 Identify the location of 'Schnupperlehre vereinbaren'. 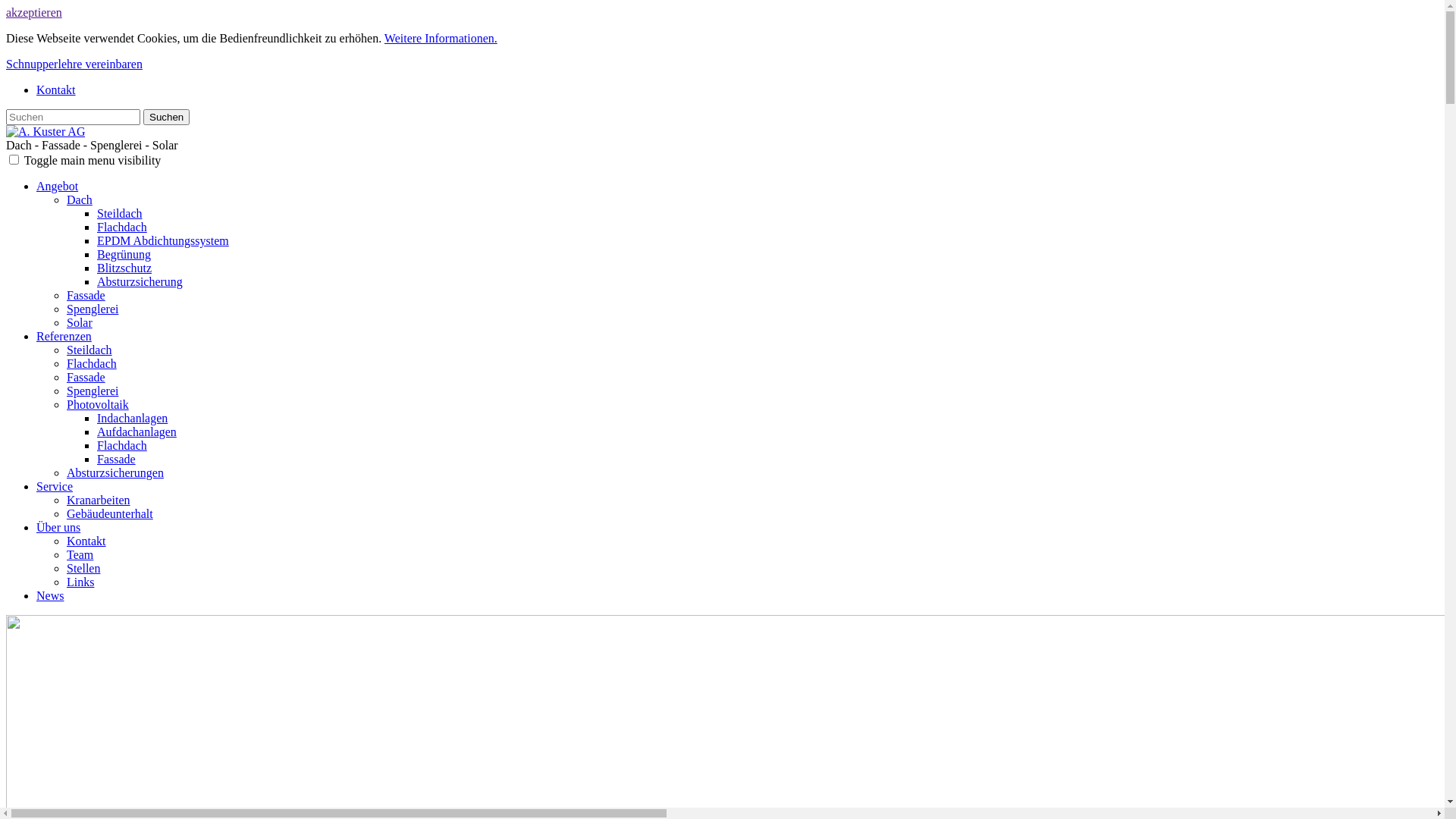
(73, 63).